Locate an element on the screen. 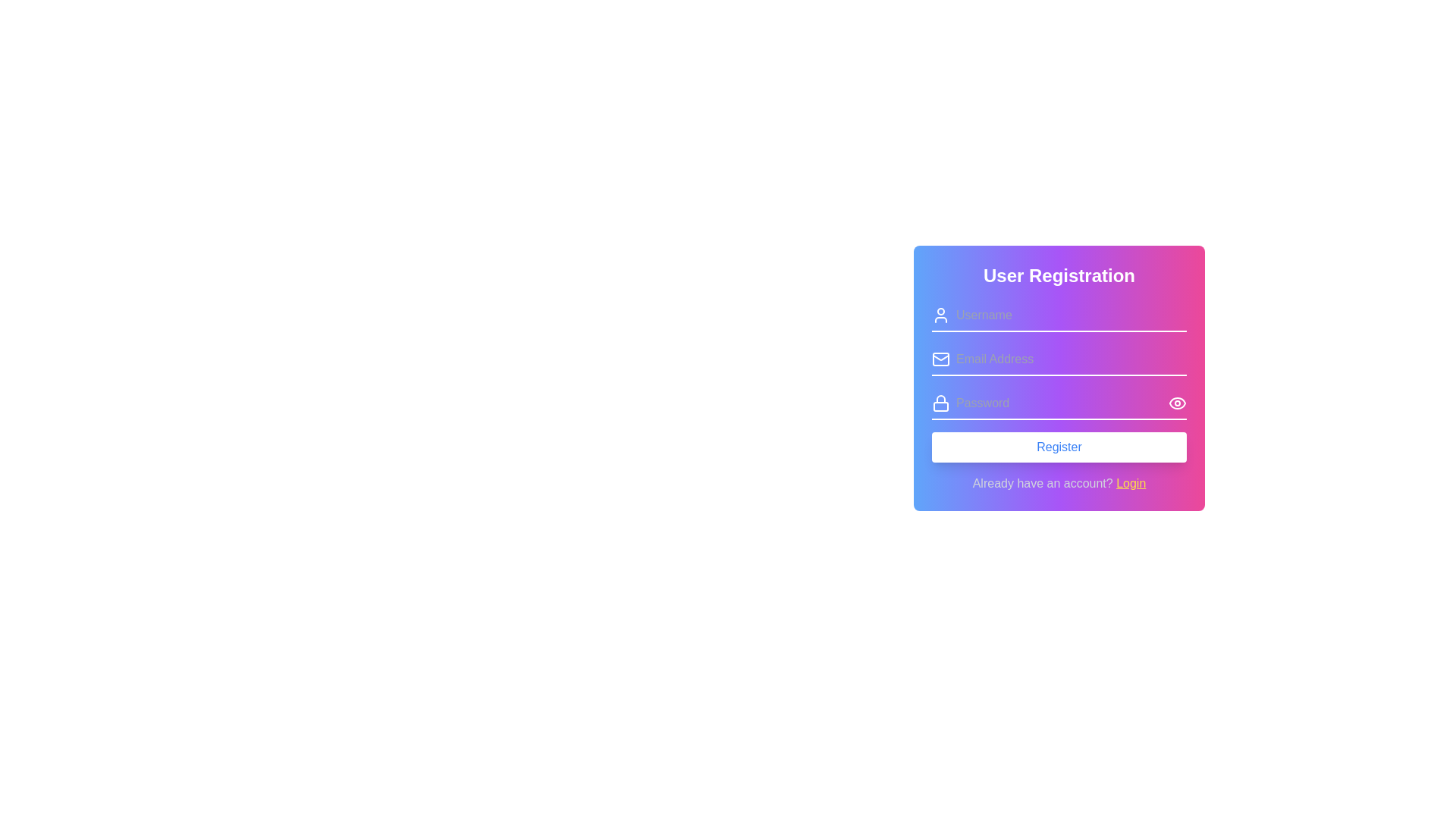  the graphical element that is part of the SVG lock icon, located at the lower part of the lock's body, symbolizing security is located at coordinates (940, 406).